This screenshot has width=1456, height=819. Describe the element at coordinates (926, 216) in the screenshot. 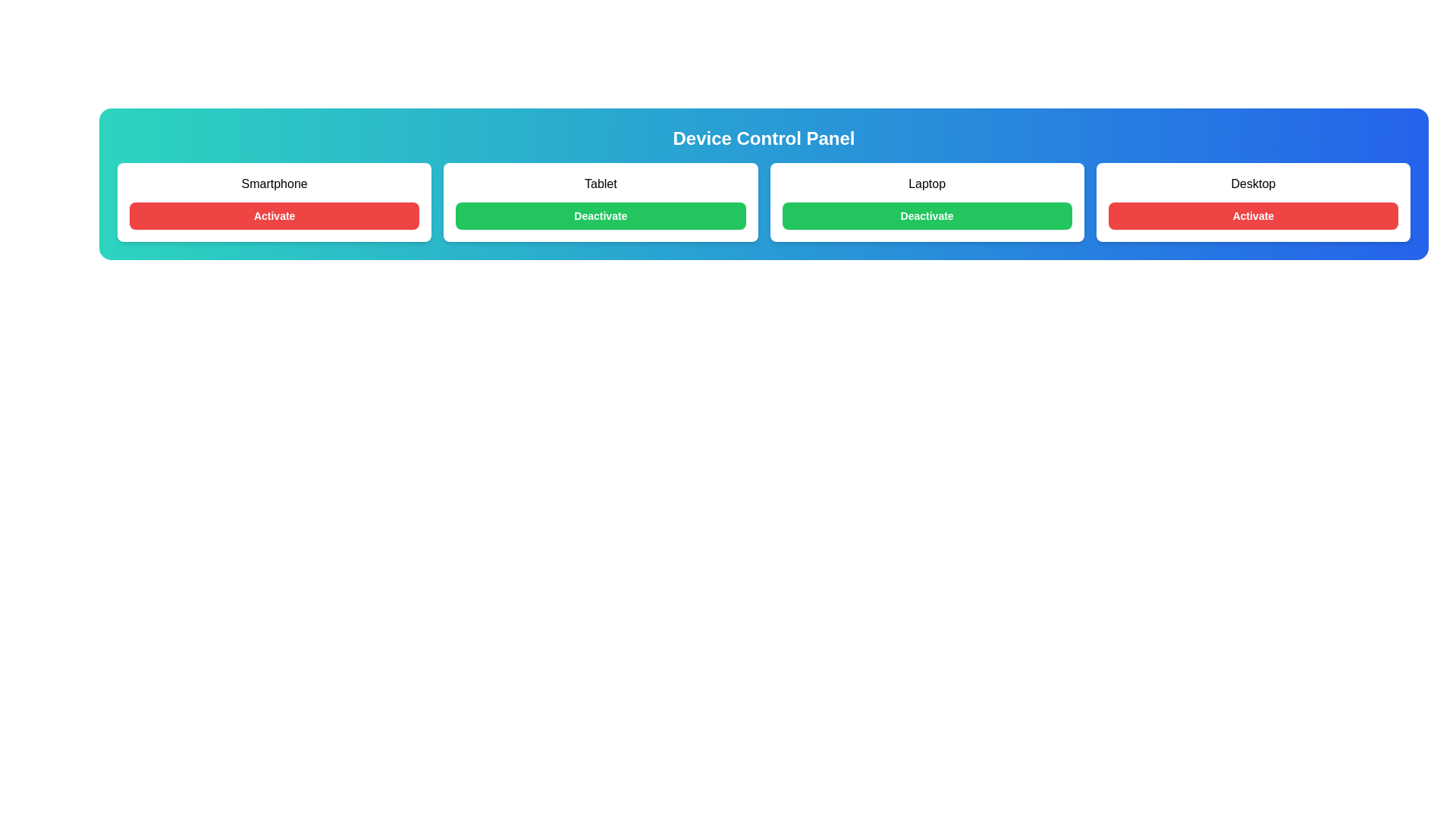

I see `the button for Laptop to observe the hover effect` at that location.